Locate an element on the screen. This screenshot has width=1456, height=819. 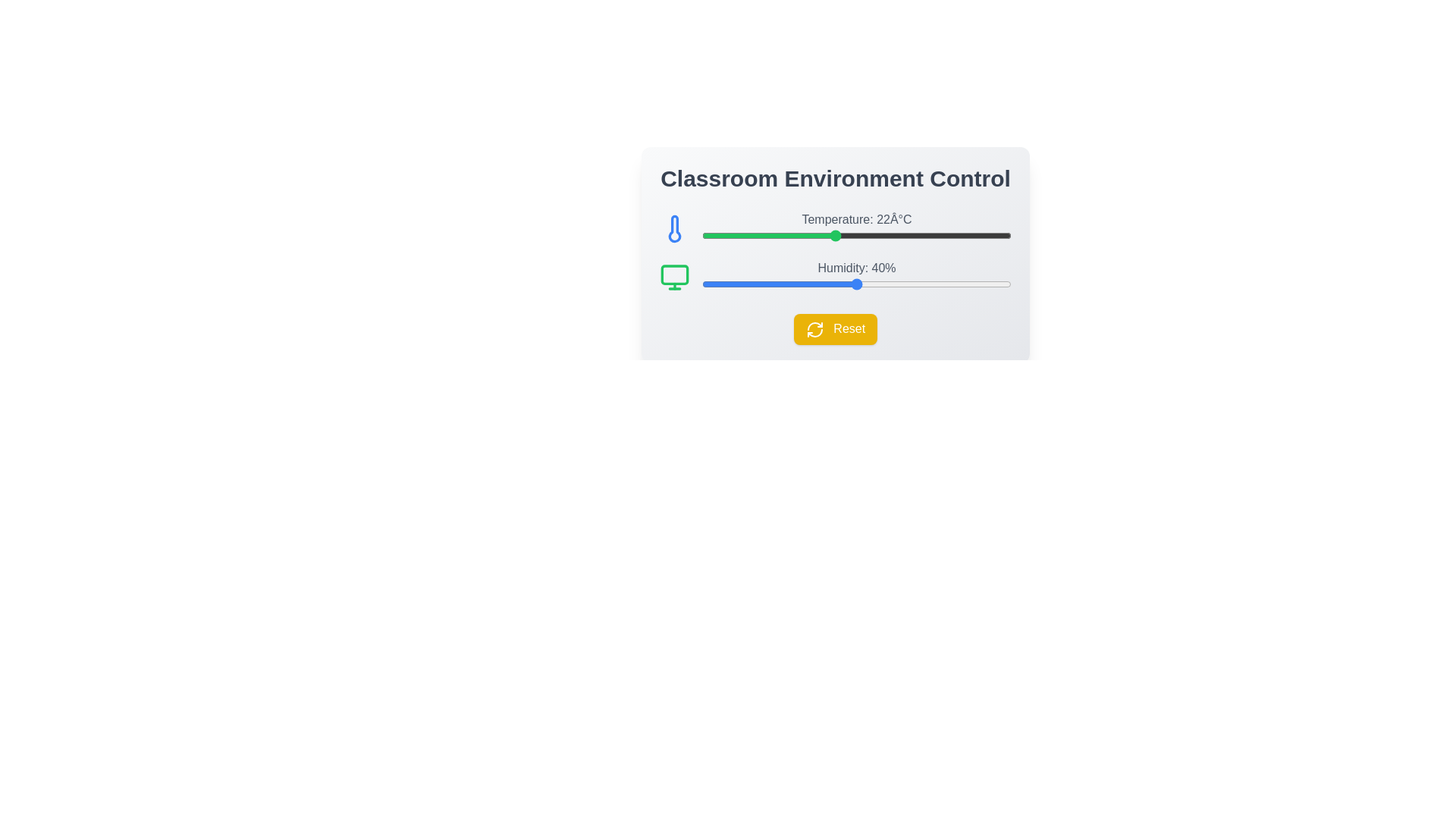
the humidity slider to set it to 36% is located at coordinates (825, 284).